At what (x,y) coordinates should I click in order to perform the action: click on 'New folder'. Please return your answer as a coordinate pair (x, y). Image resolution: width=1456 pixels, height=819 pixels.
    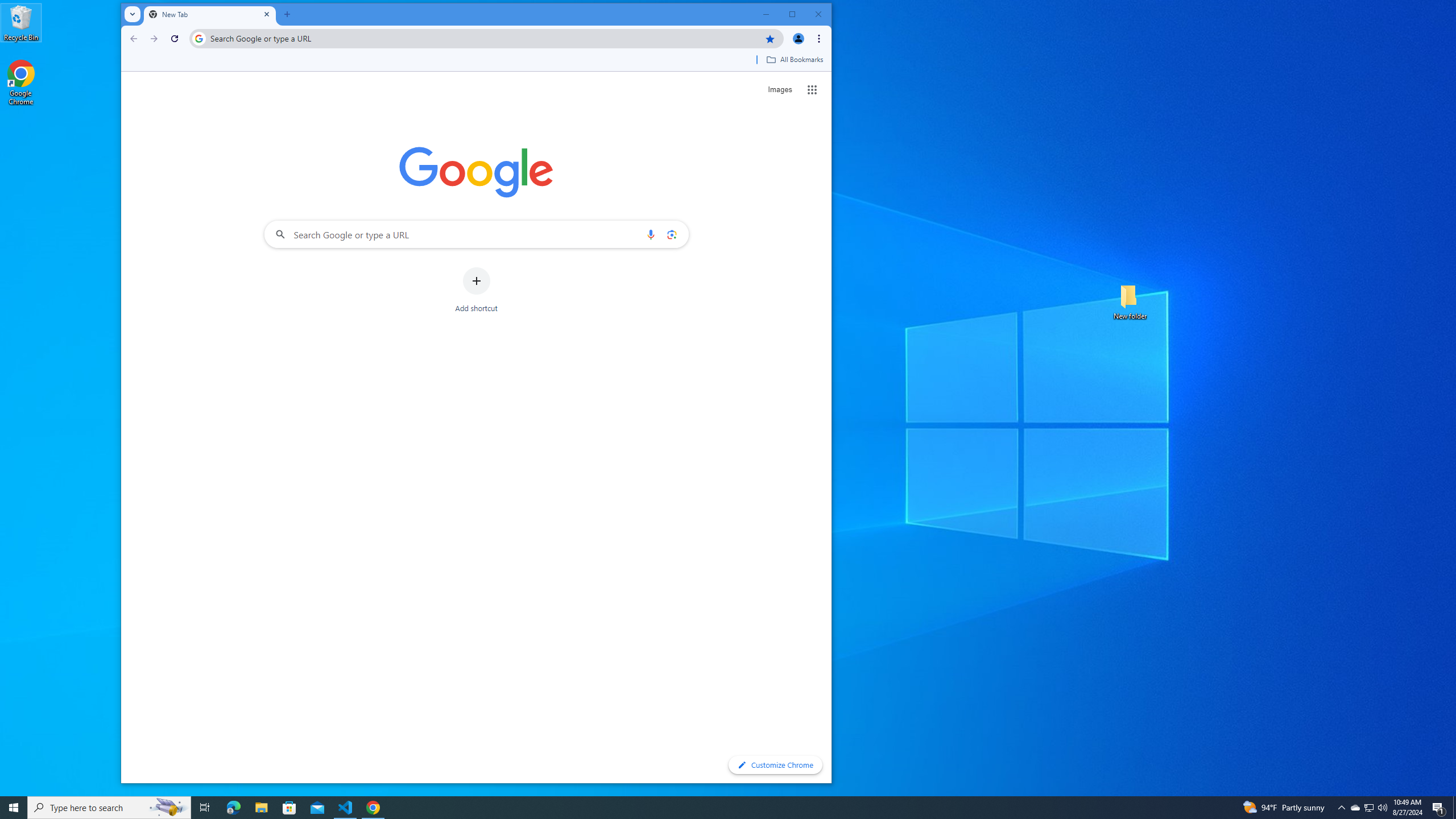
    Looking at the image, I should click on (1130, 300).